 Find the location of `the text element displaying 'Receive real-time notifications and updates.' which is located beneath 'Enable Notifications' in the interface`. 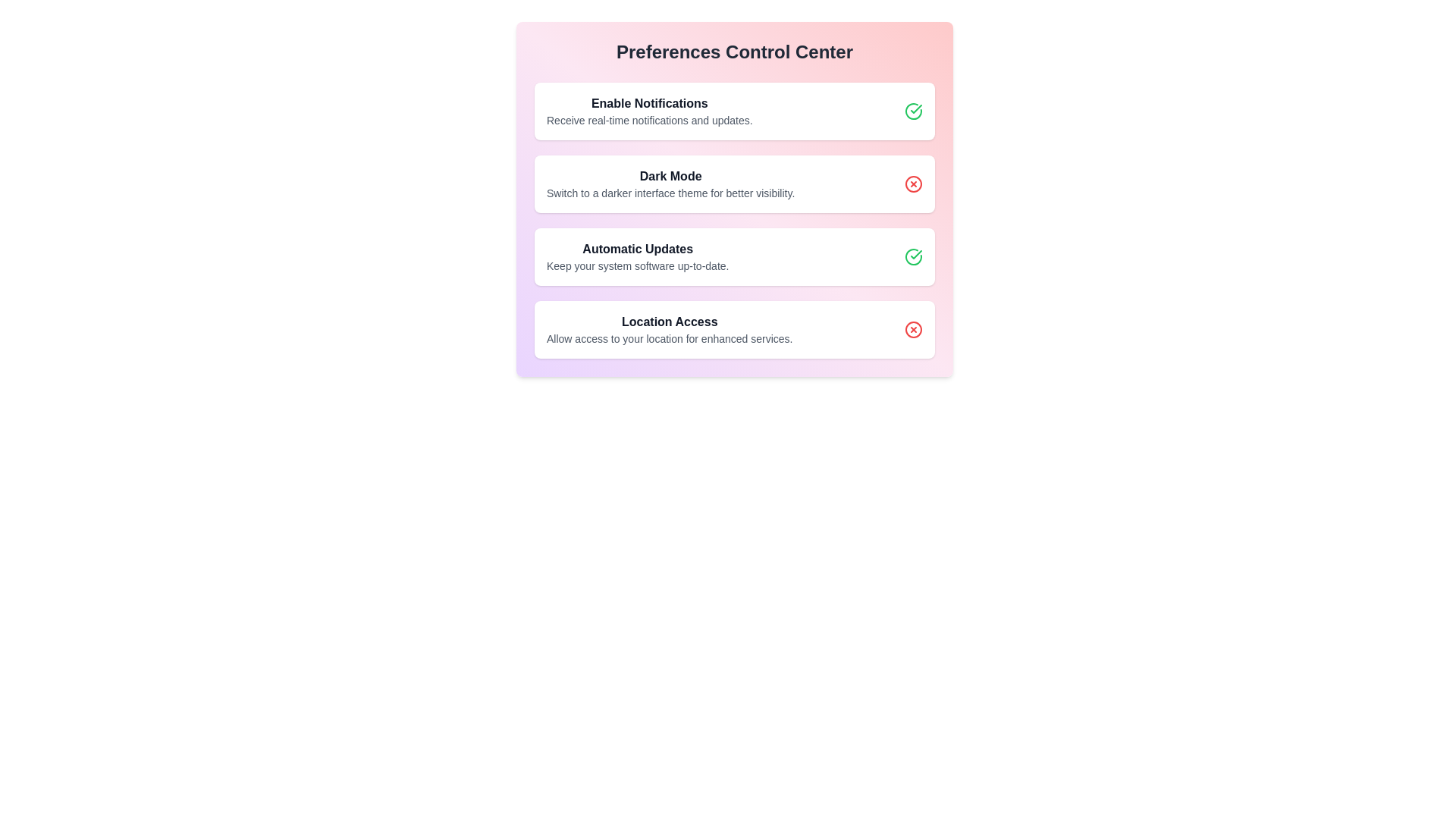

the text element displaying 'Receive real-time notifications and updates.' which is located beneath 'Enable Notifications' in the interface is located at coordinates (649, 119).